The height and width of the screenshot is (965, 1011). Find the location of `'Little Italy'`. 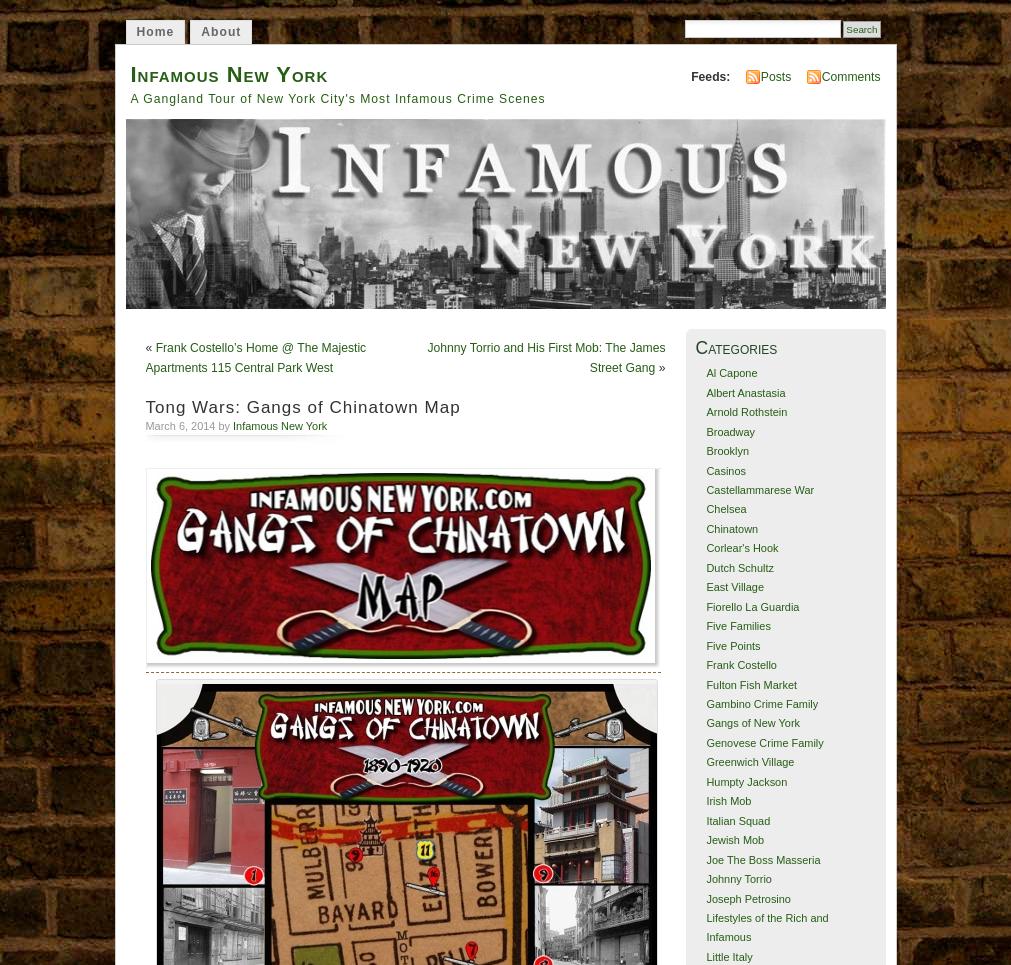

'Little Italy' is located at coordinates (704, 956).